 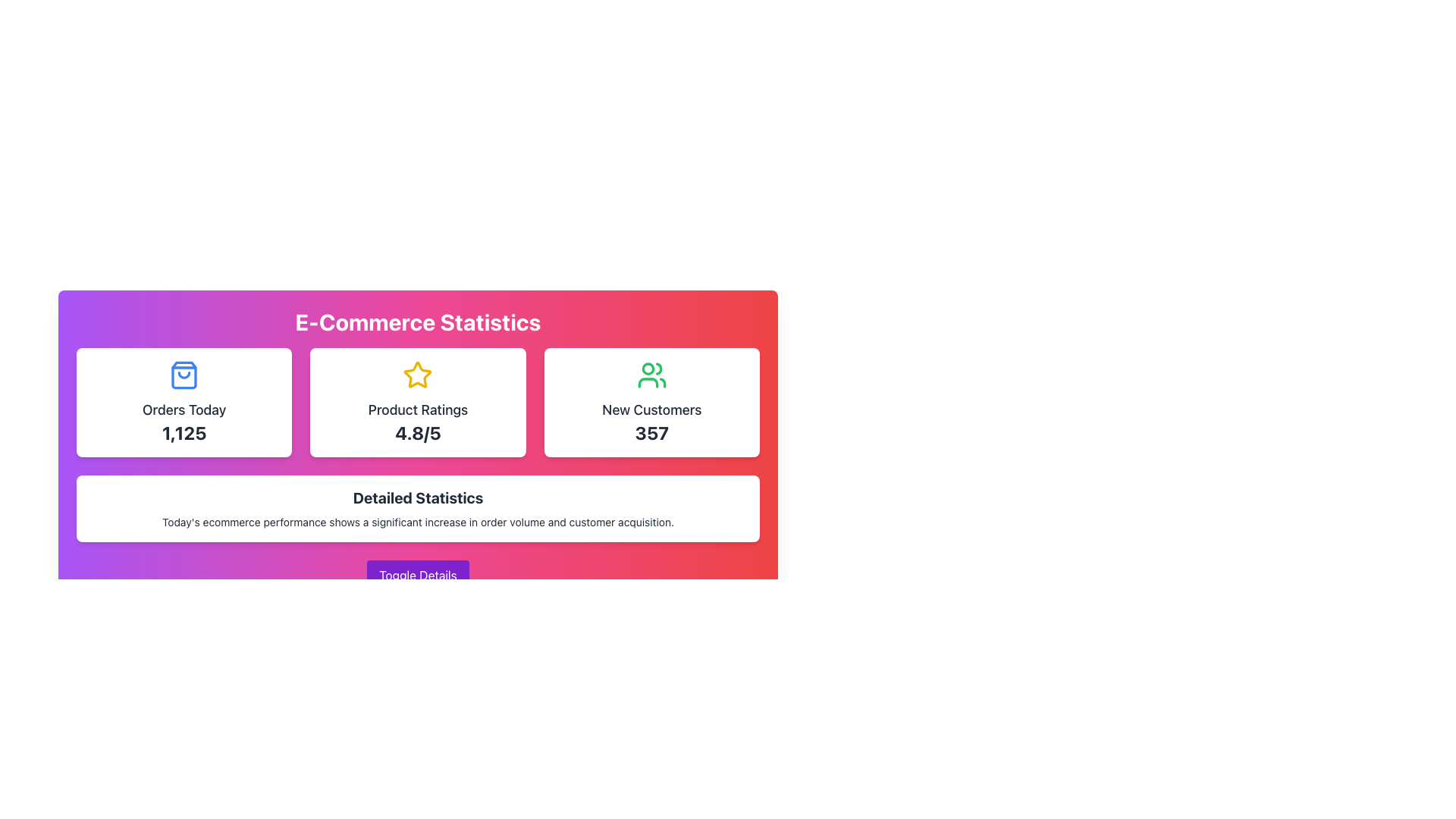 I want to click on the horizontal arc-like figure that represents the bottom part of the first user in the two-user icon with a green outline, so click(x=648, y=382).